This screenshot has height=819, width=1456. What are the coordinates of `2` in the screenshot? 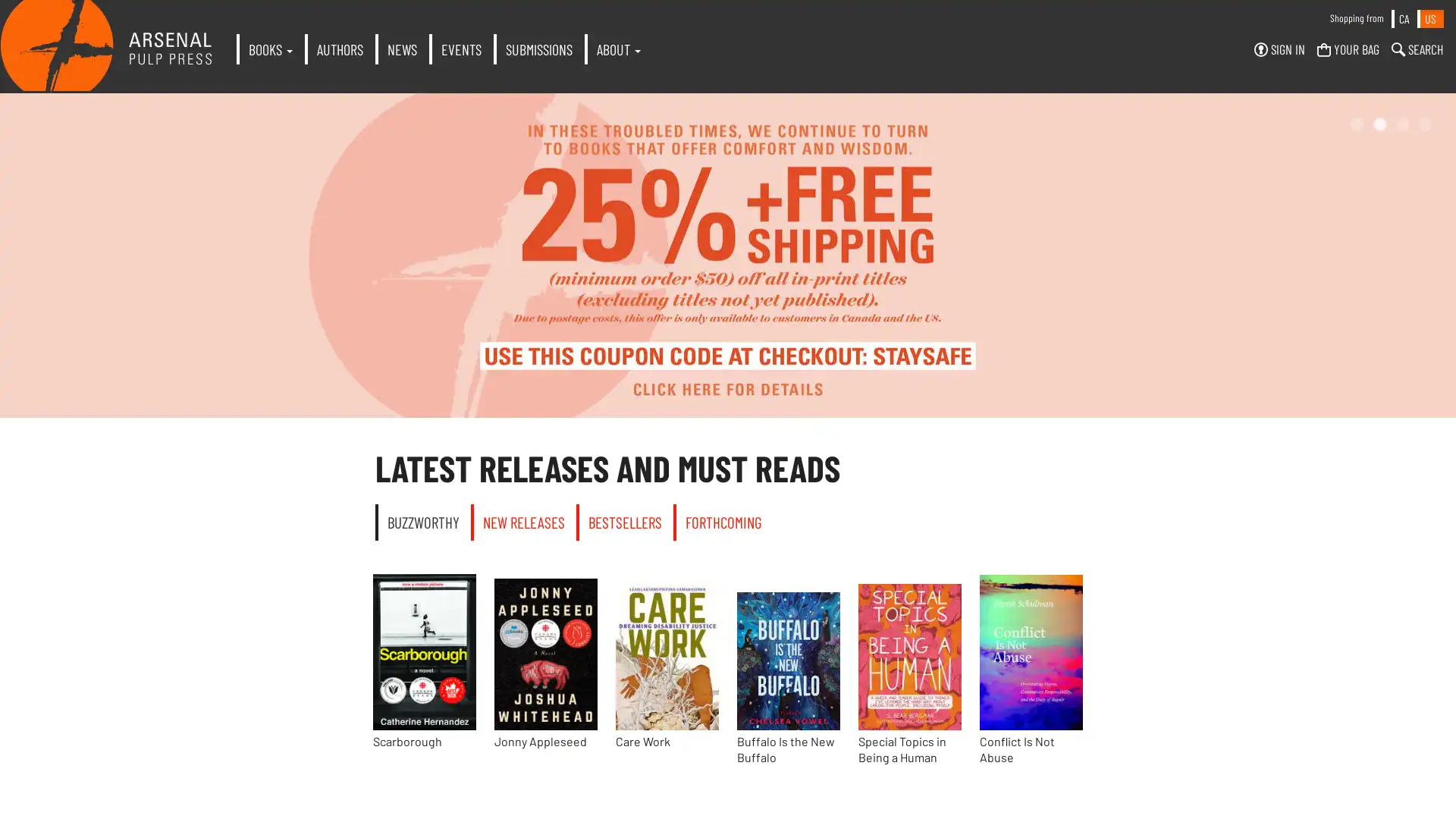 It's located at (1379, 124).